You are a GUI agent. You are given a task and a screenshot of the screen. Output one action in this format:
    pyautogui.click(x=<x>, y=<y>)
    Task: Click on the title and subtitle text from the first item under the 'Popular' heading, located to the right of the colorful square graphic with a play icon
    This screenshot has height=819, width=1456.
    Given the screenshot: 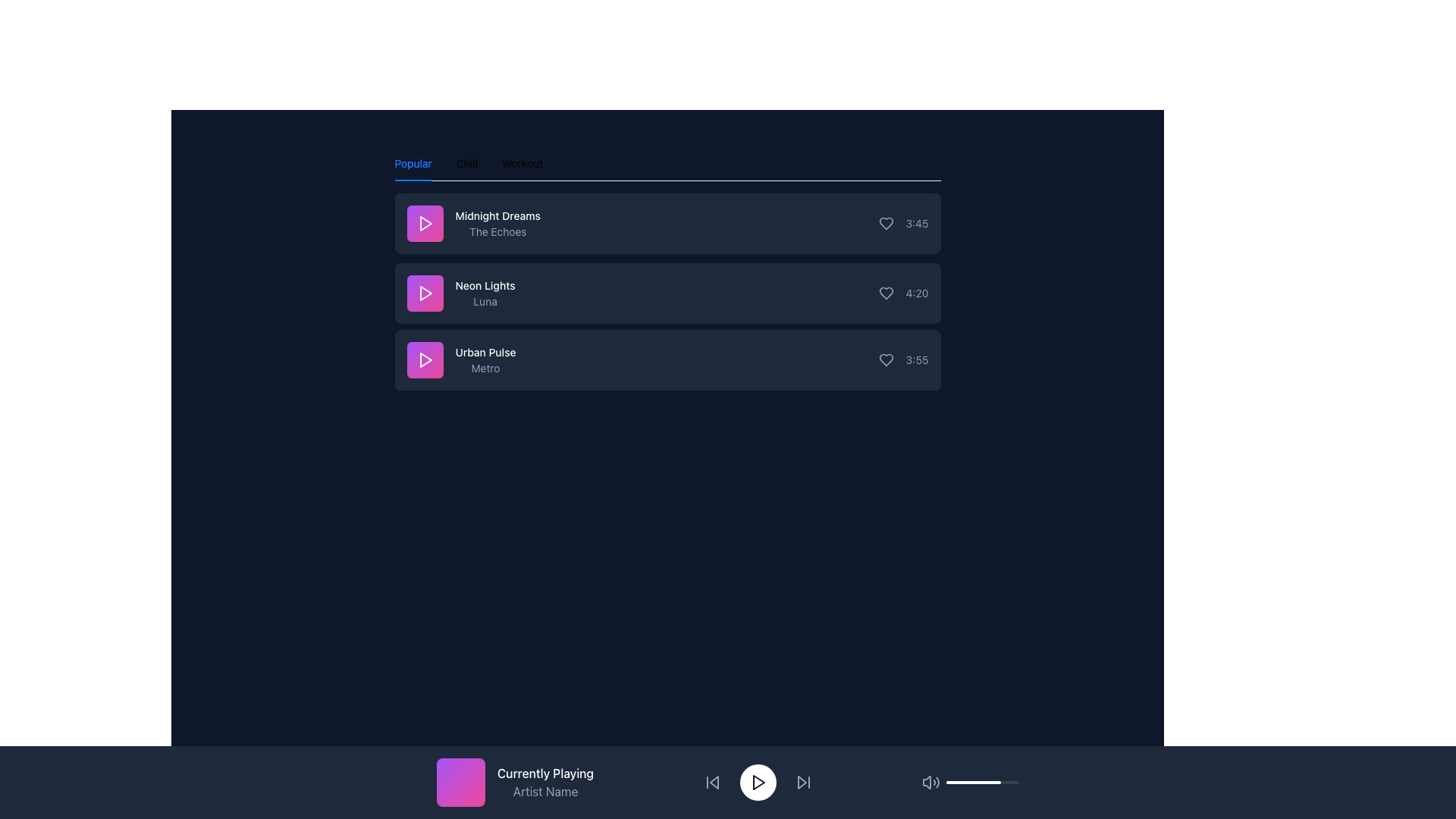 What is the action you would take?
    pyautogui.click(x=497, y=223)
    